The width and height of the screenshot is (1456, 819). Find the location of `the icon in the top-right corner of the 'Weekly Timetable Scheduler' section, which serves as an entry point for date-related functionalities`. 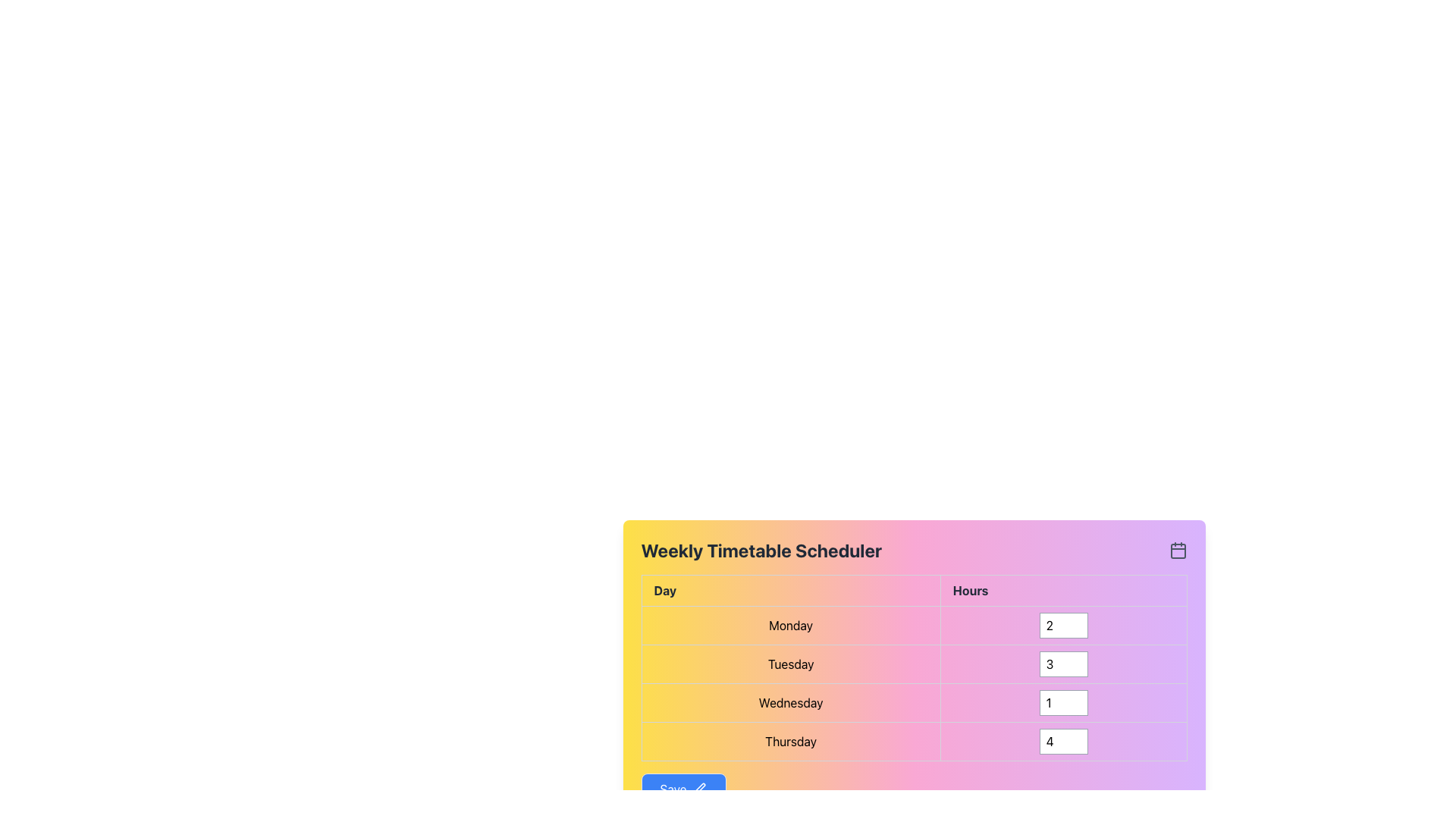

the icon in the top-right corner of the 'Weekly Timetable Scheduler' section, which serves as an entry point for date-related functionalities is located at coordinates (1177, 550).